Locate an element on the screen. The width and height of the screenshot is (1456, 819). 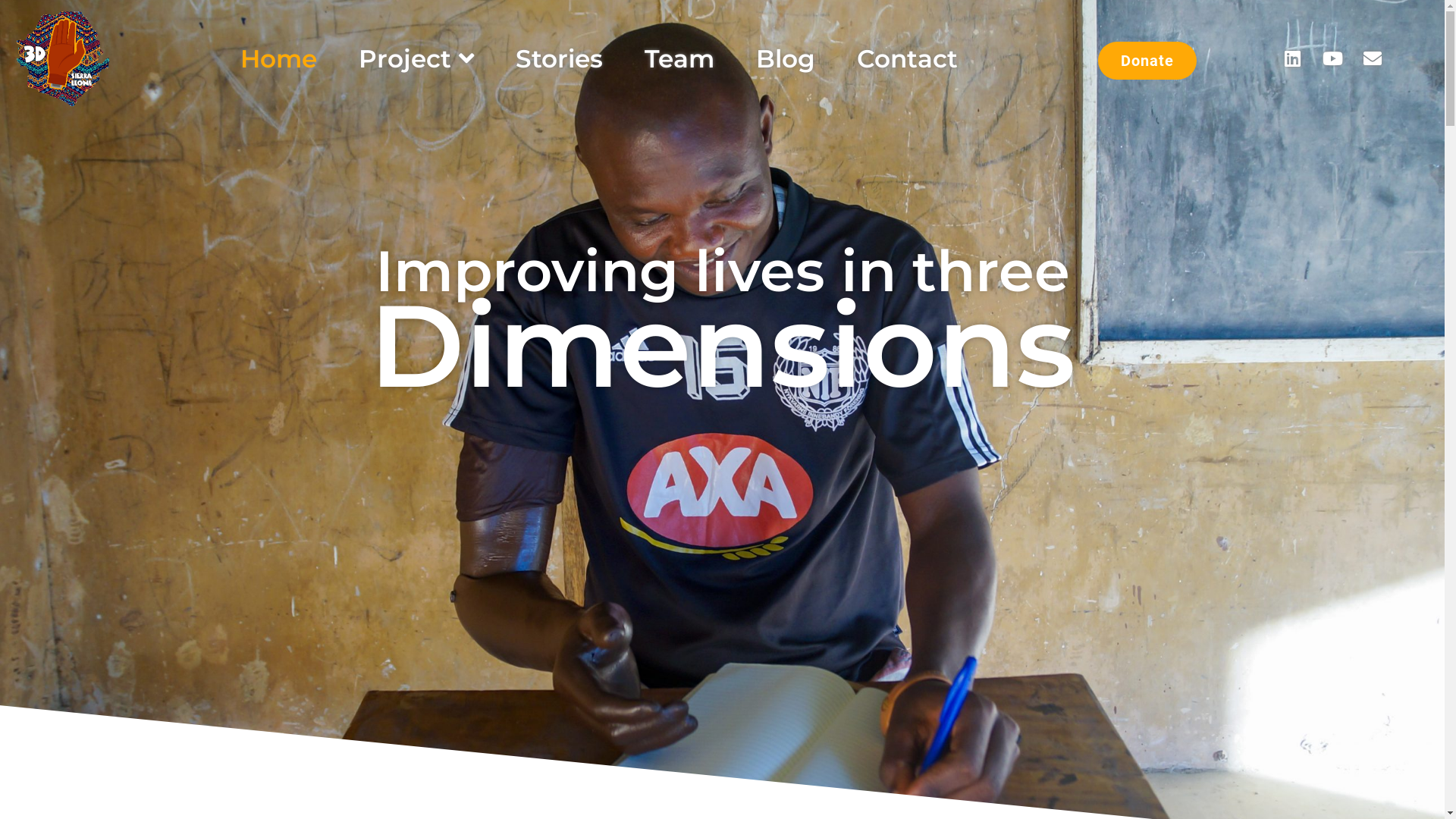
'Blog' is located at coordinates (786, 58).